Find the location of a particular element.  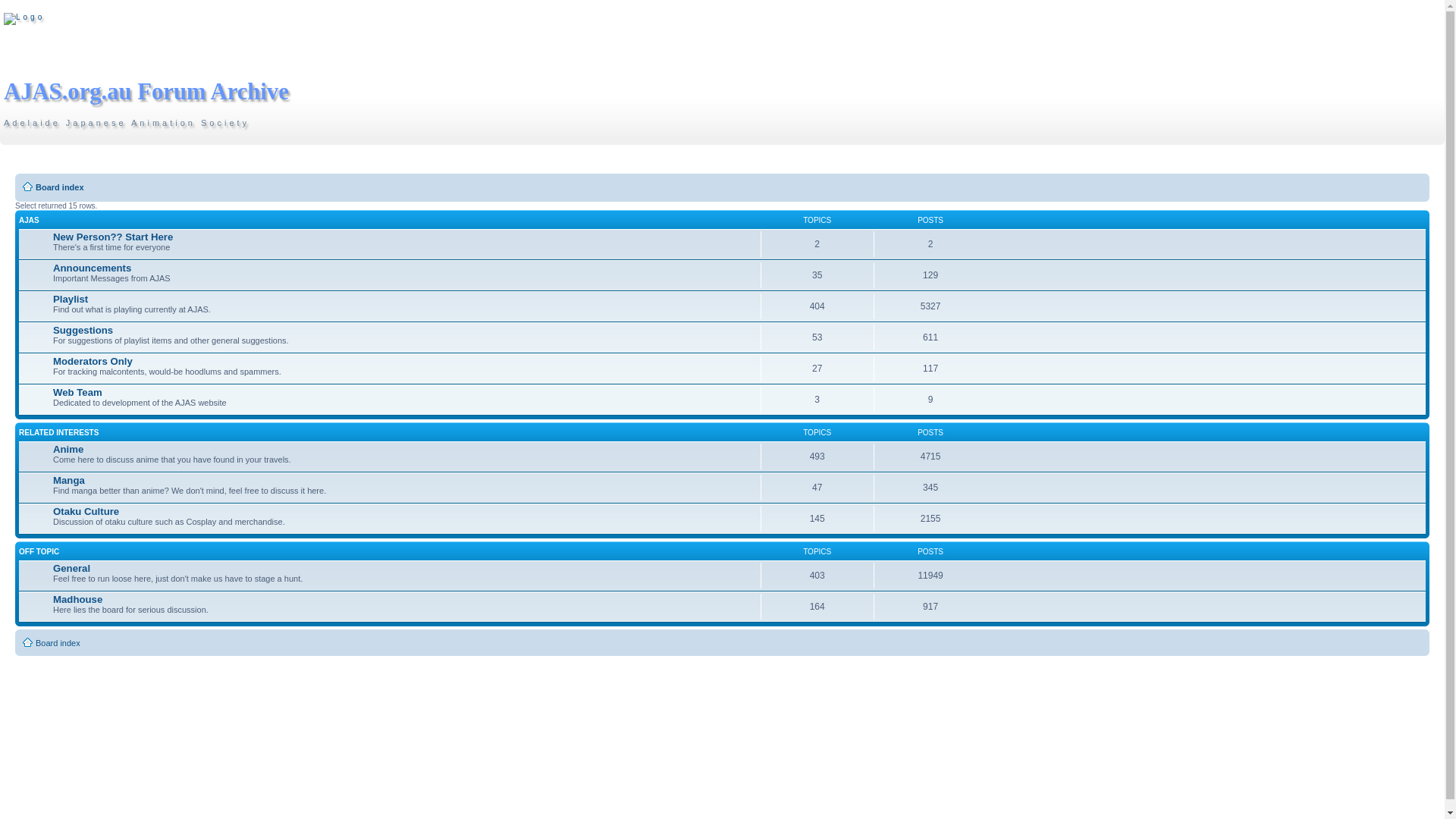

'Madhouse' is located at coordinates (77, 598).